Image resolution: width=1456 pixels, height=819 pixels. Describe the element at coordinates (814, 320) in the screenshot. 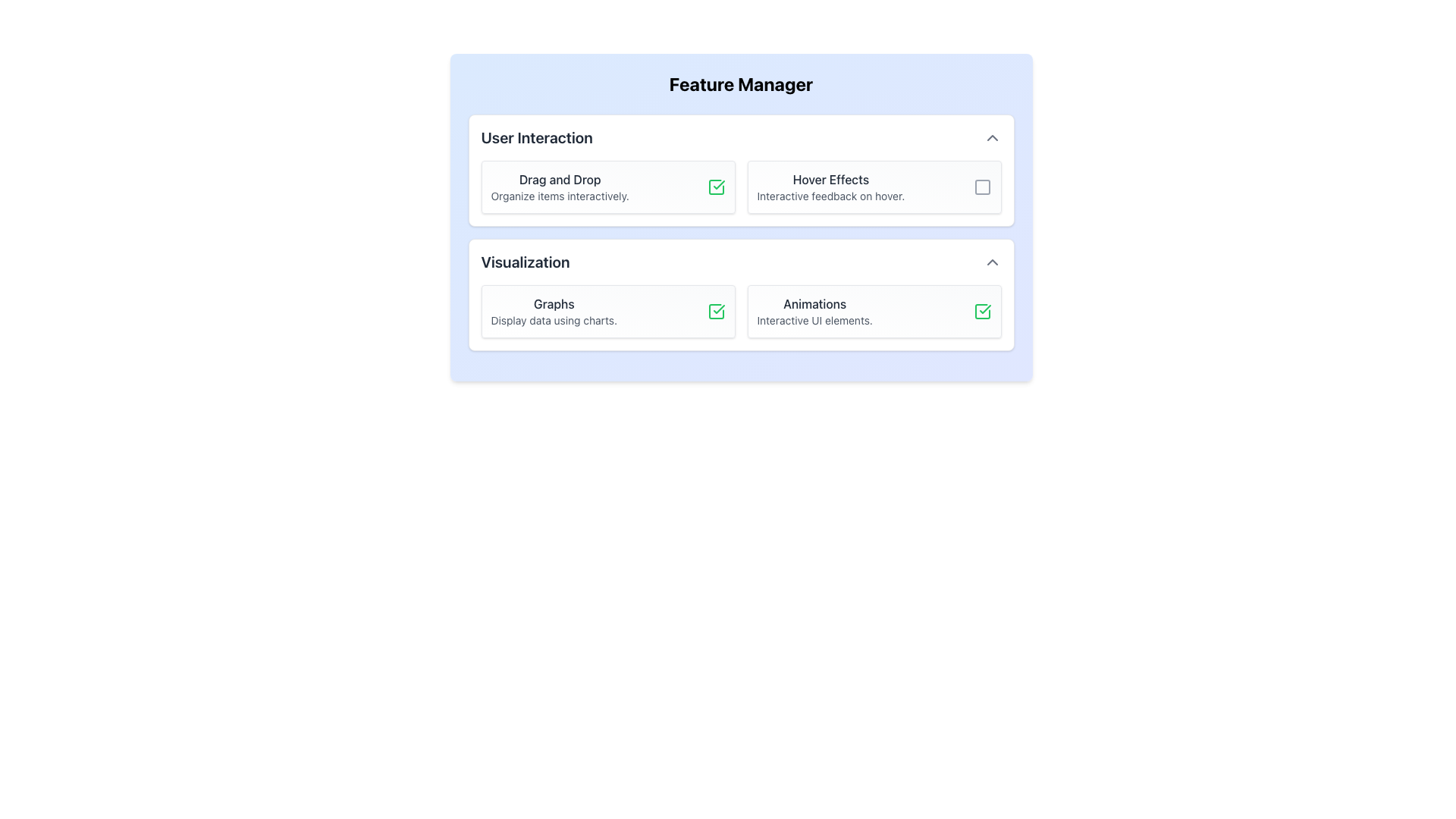

I see `the label displaying the text 'Interactive UI elements.' which is located beneath the bolded 'Animations' label in the 'Visualization' section of the 'Feature Manager' interface` at that location.